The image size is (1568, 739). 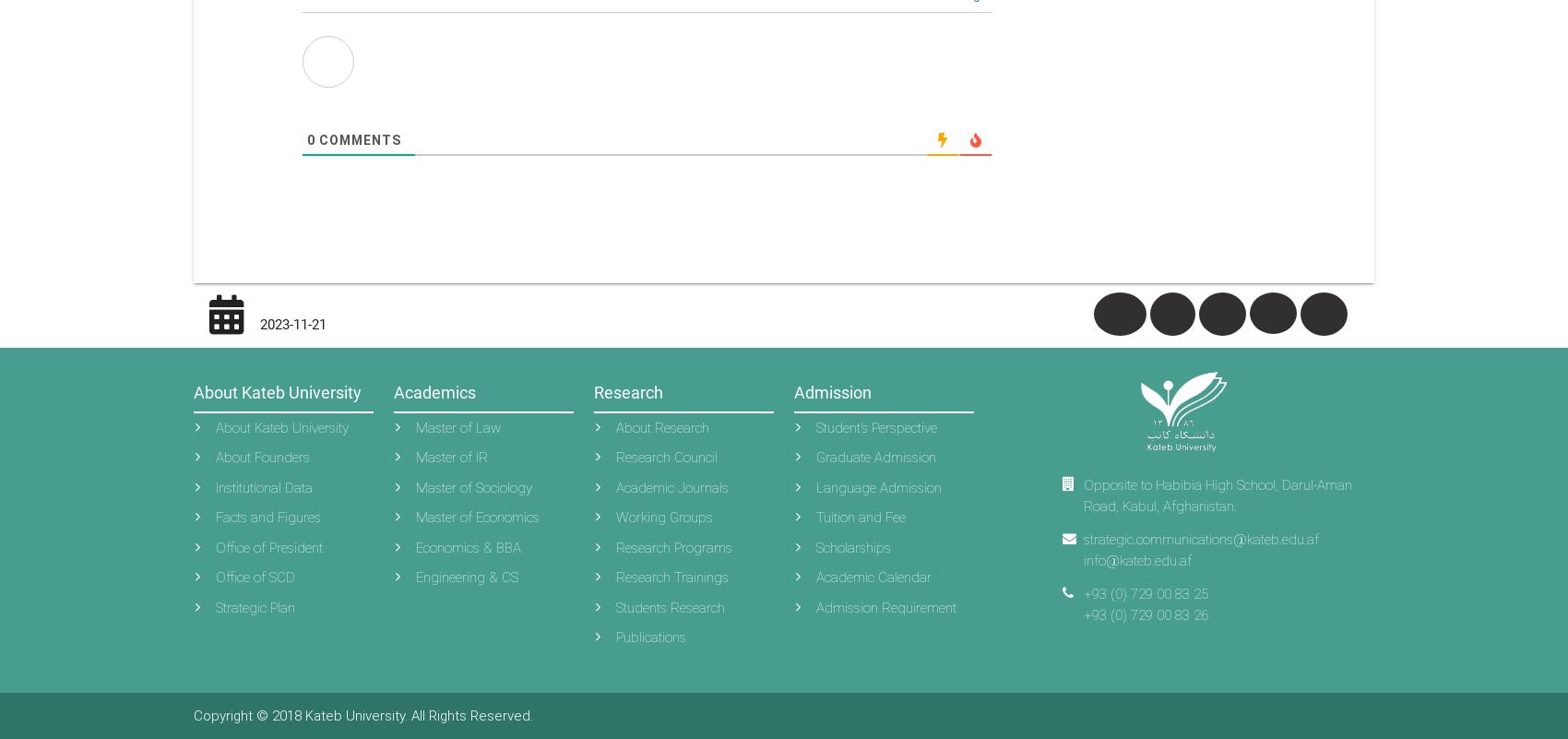 What do you see at coordinates (416, 426) in the screenshot?
I see `'Master of Law'` at bounding box center [416, 426].